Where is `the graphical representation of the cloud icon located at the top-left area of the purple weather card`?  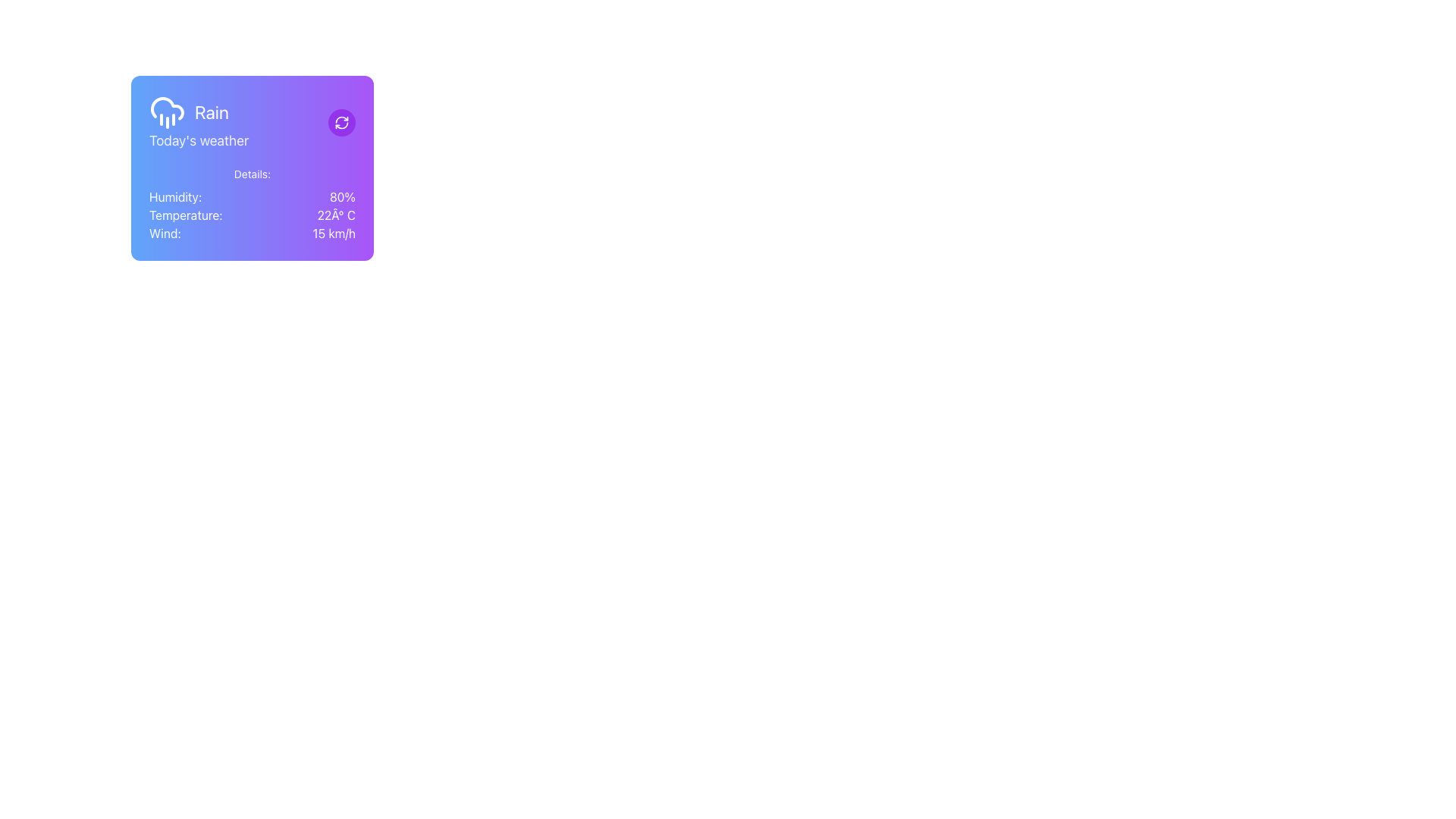 the graphical representation of the cloud icon located at the top-left area of the purple weather card is located at coordinates (167, 108).